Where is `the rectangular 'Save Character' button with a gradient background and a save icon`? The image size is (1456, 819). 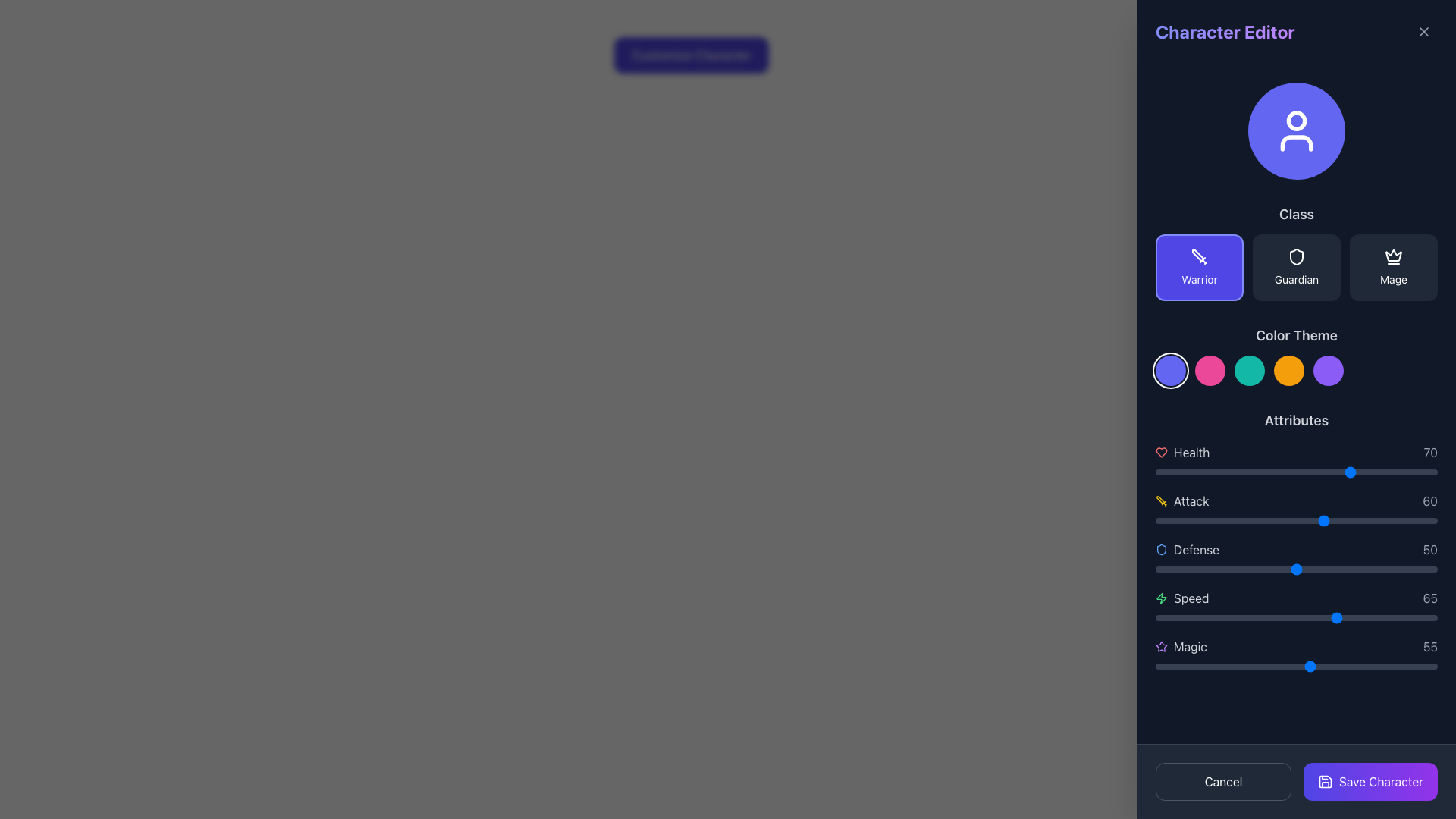 the rectangular 'Save Character' button with a gradient background and a save icon is located at coordinates (1370, 781).